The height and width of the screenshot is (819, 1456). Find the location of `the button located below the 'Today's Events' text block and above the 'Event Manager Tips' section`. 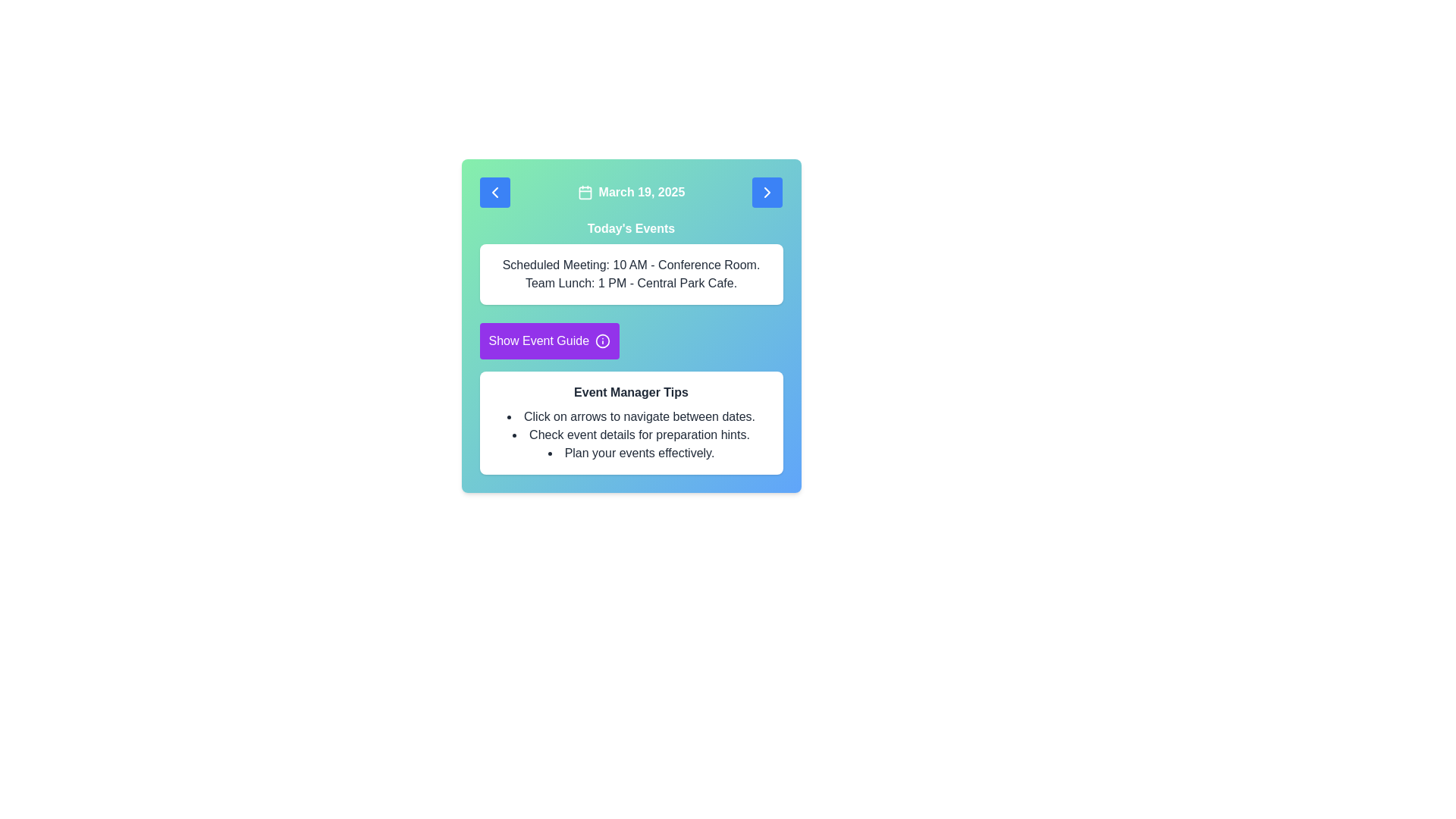

the button located below the 'Today's Events' text block and above the 'Event Manager Tips' section is located at coordinates (548, 341).